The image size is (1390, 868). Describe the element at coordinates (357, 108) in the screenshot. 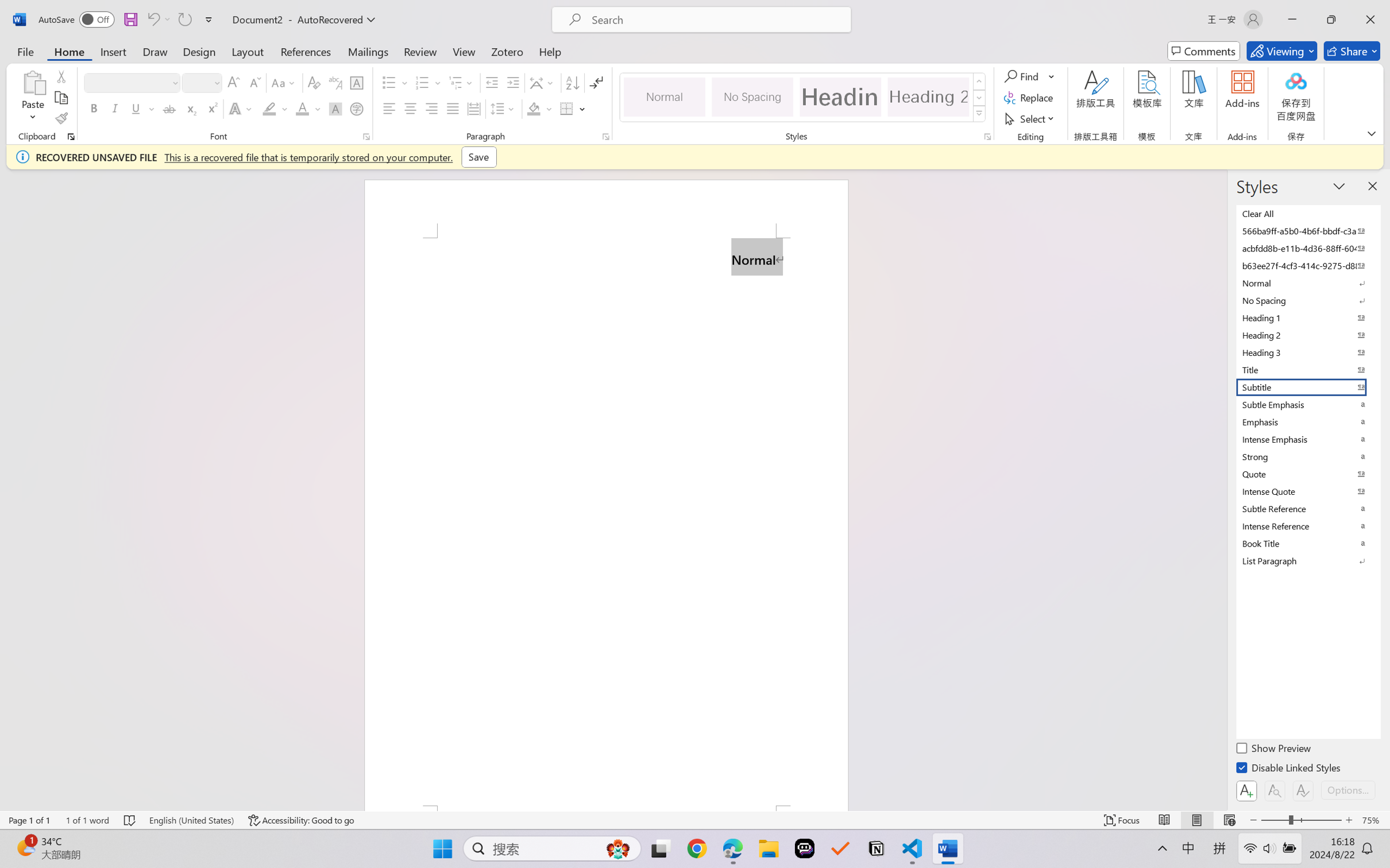

I see `'Enclose Characters...'` at that location.